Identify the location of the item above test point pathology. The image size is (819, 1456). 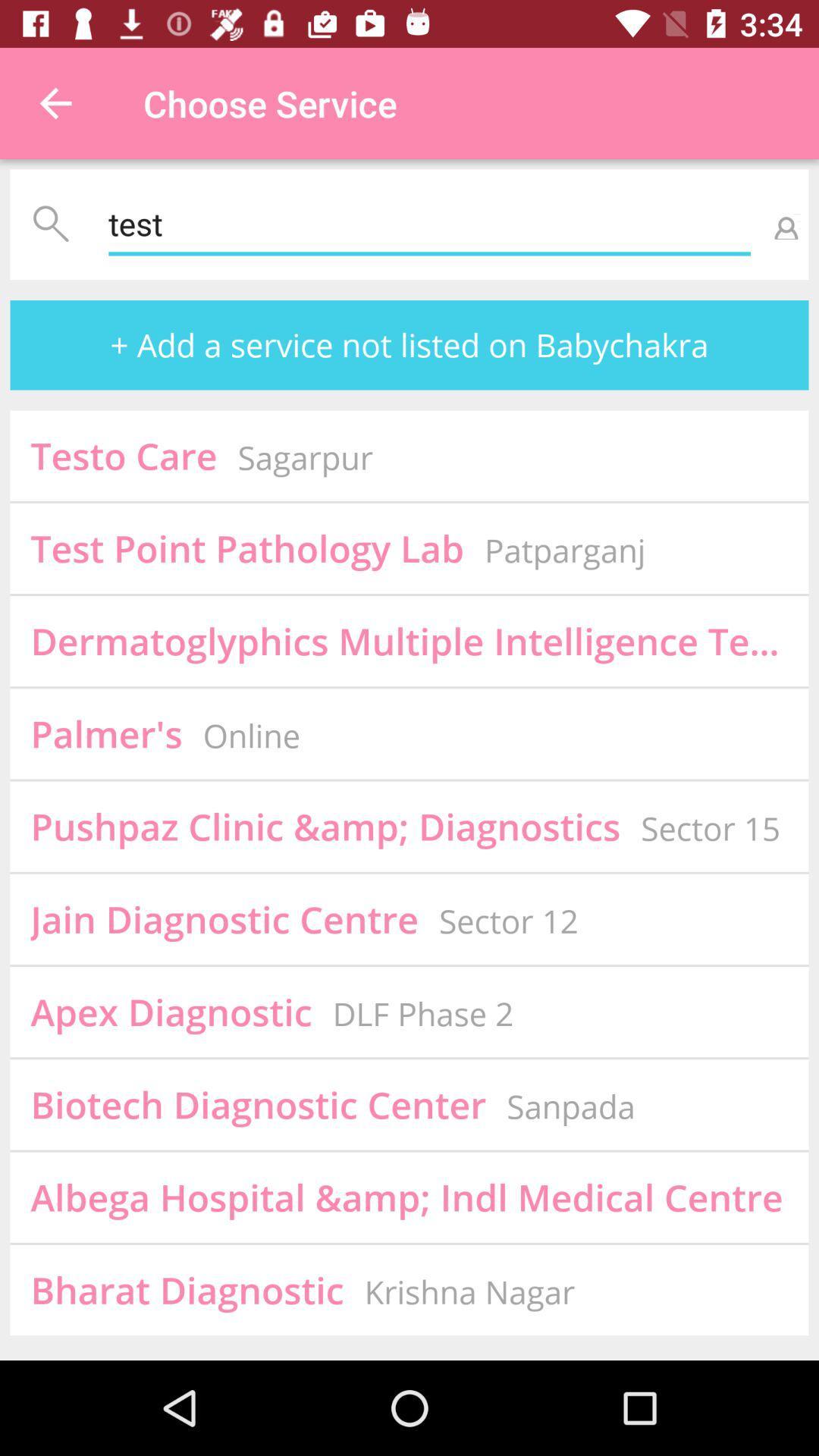
(305, 457).